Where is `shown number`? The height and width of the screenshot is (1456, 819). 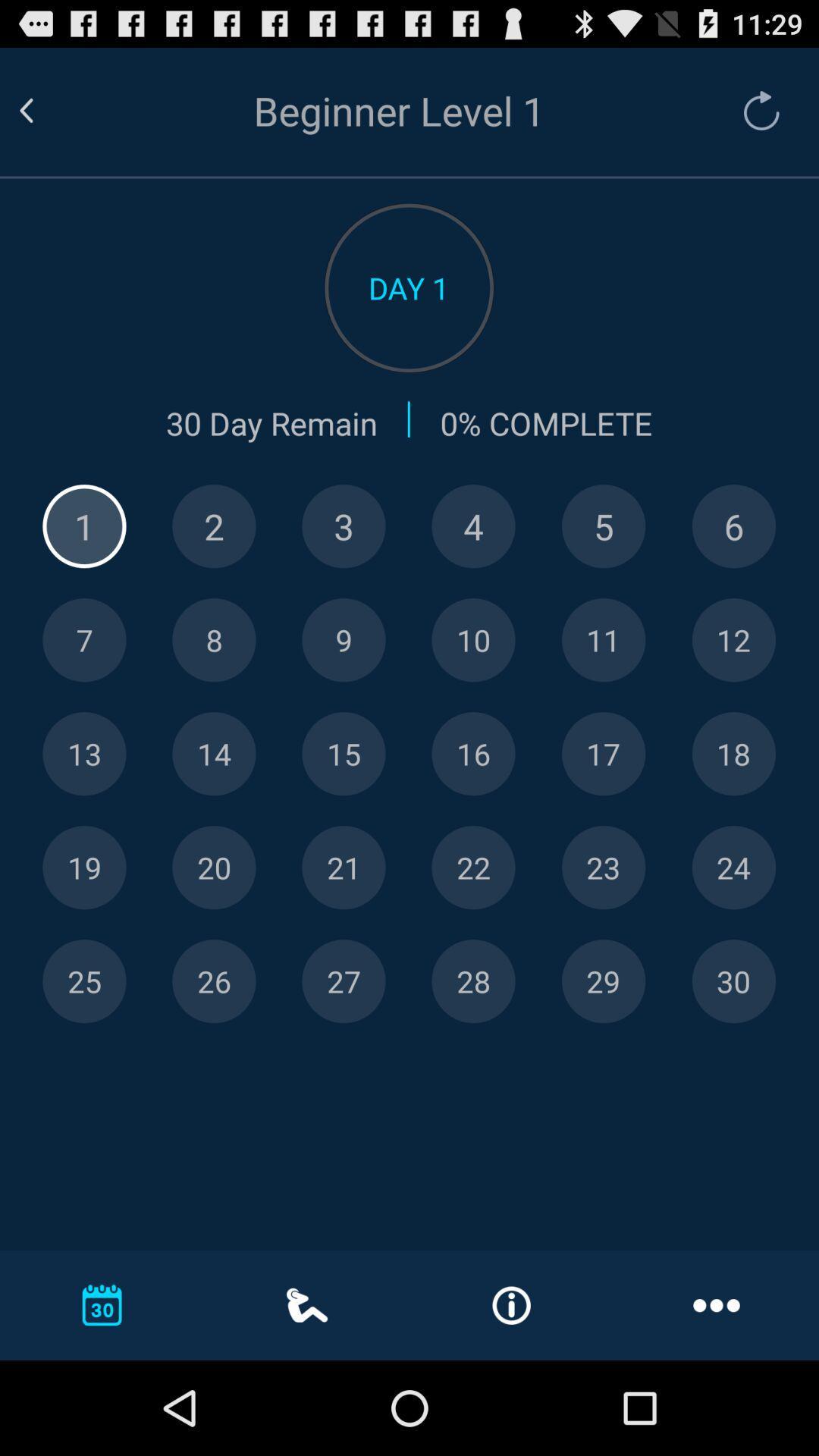
shown number is located at coordinates (84, 754).